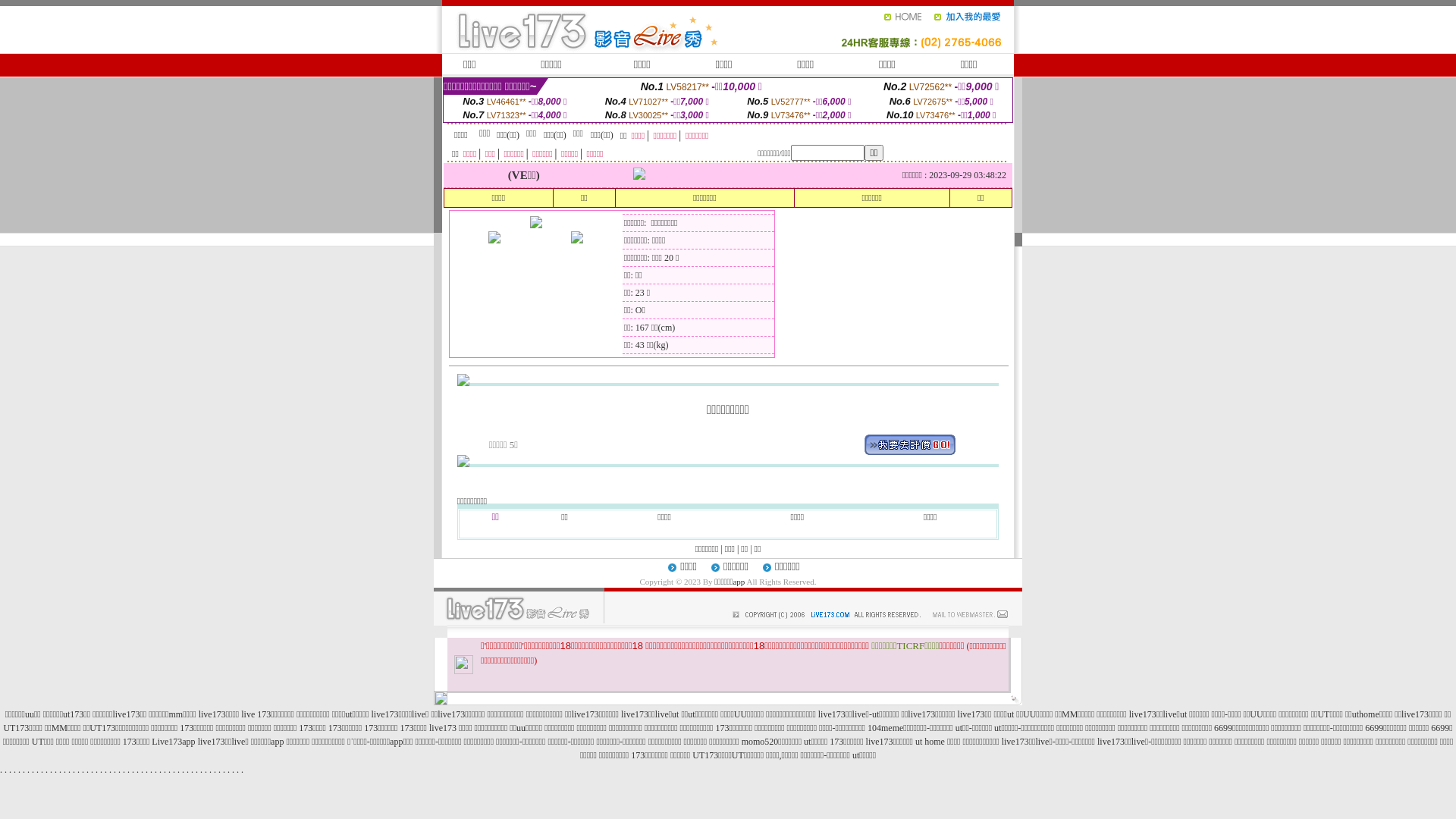  What do you see at coordinates (155, 769) in the screenshot?
I see `'.'` at bounding box center [155, 769].